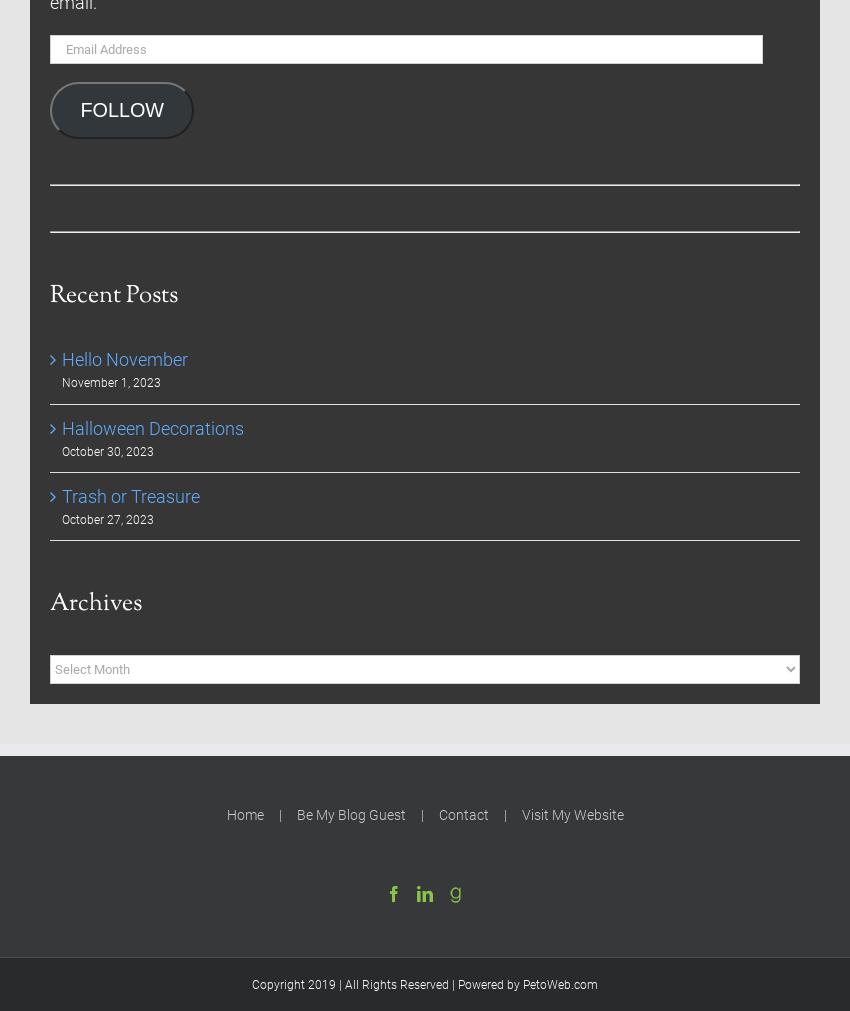 This screenshot has width=850, height=1011. Describe the element at coordinates (294, 812) in the screenshot. I see `'Be My Blog Guest'` at that location.